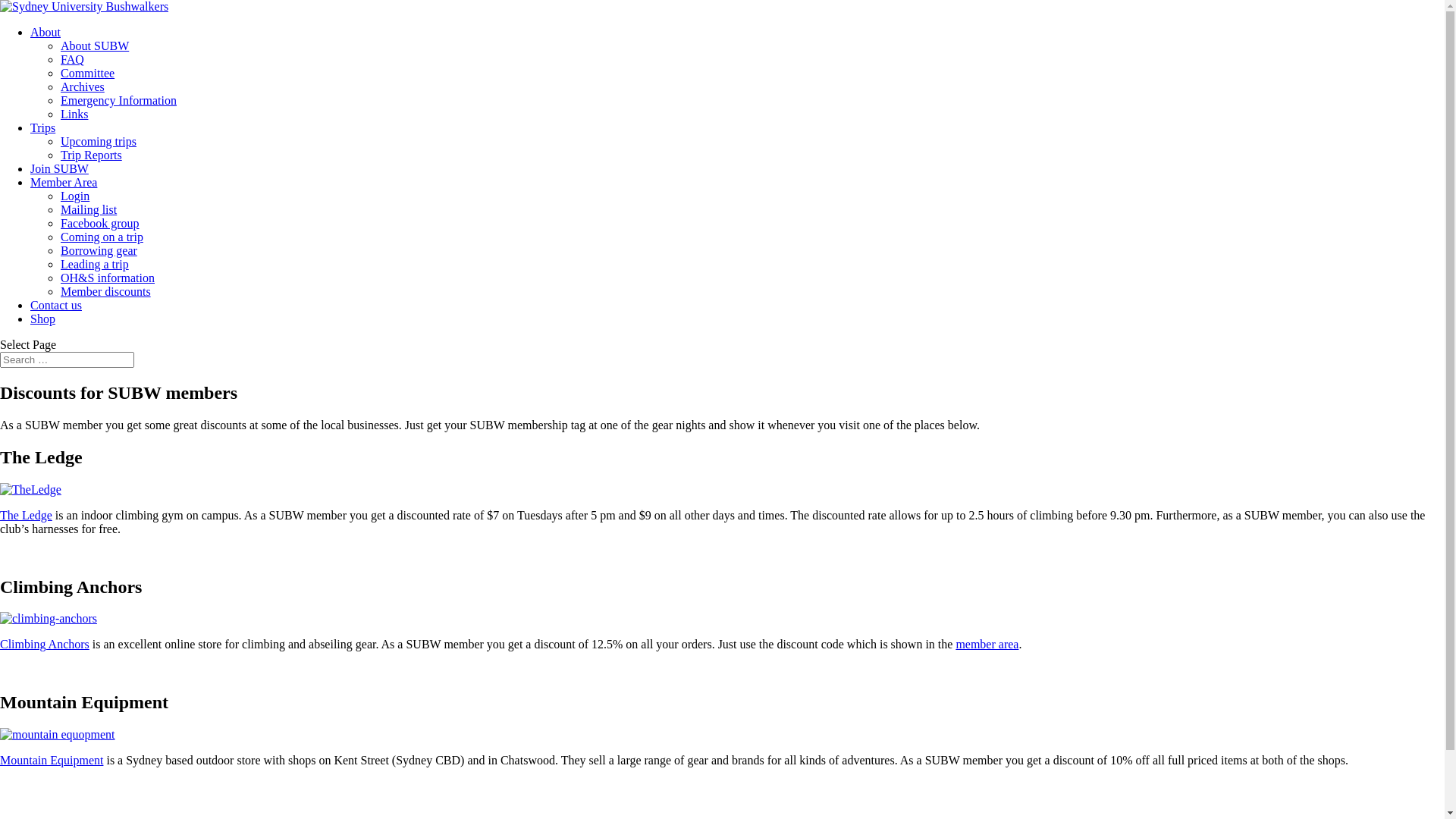 This screenshot has width=1456, height=819. What do you see at coordinates (87, 209) in the screenshot?
I see `'Mailing list'` at bounding box center [87, 209].